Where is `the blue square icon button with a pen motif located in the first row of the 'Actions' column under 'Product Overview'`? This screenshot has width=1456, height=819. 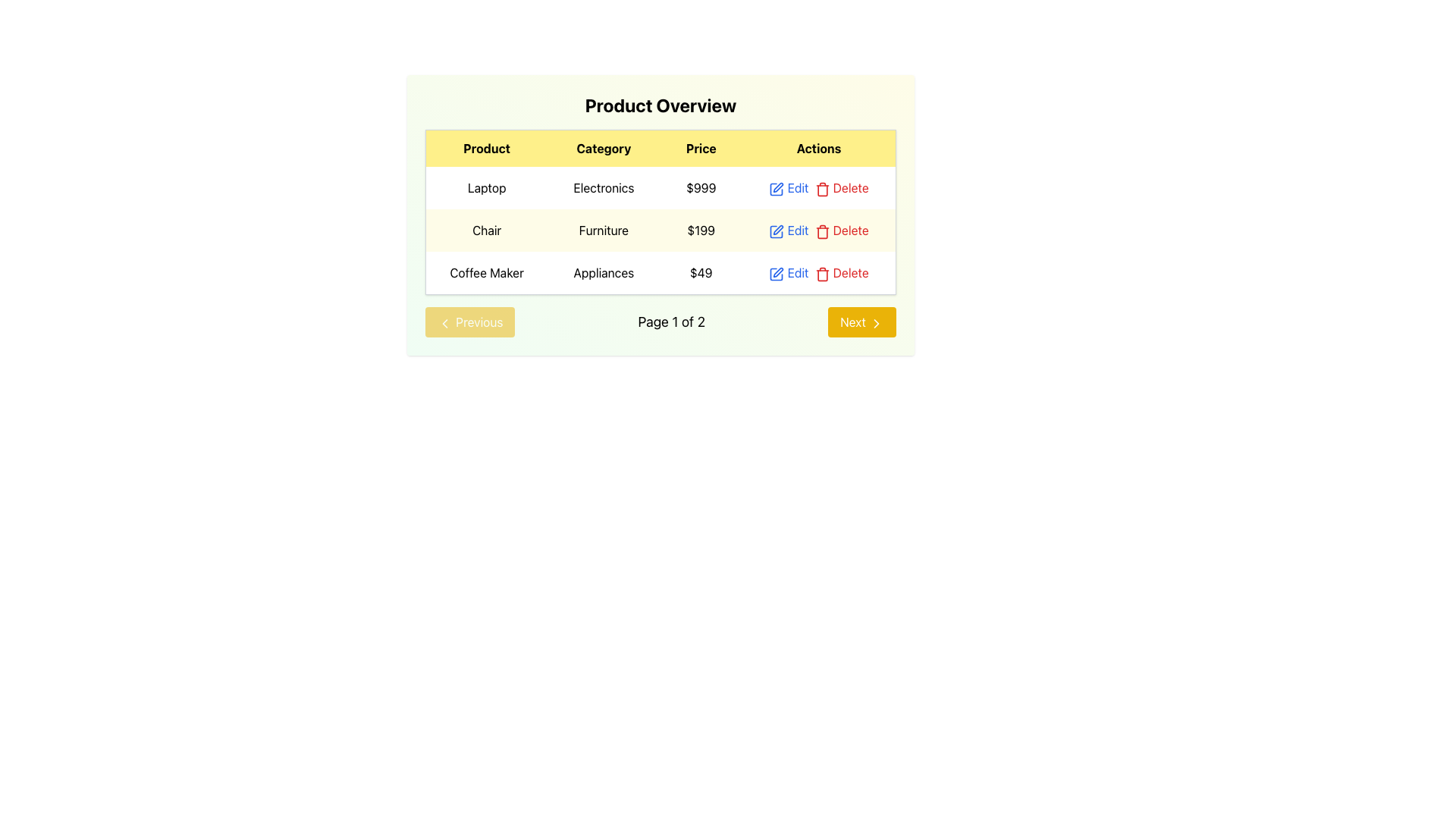 the blue square icon button with a pen motif located in the first row of the 'Actions' column under 'Product Overview' is located at coordinates (776, 188).